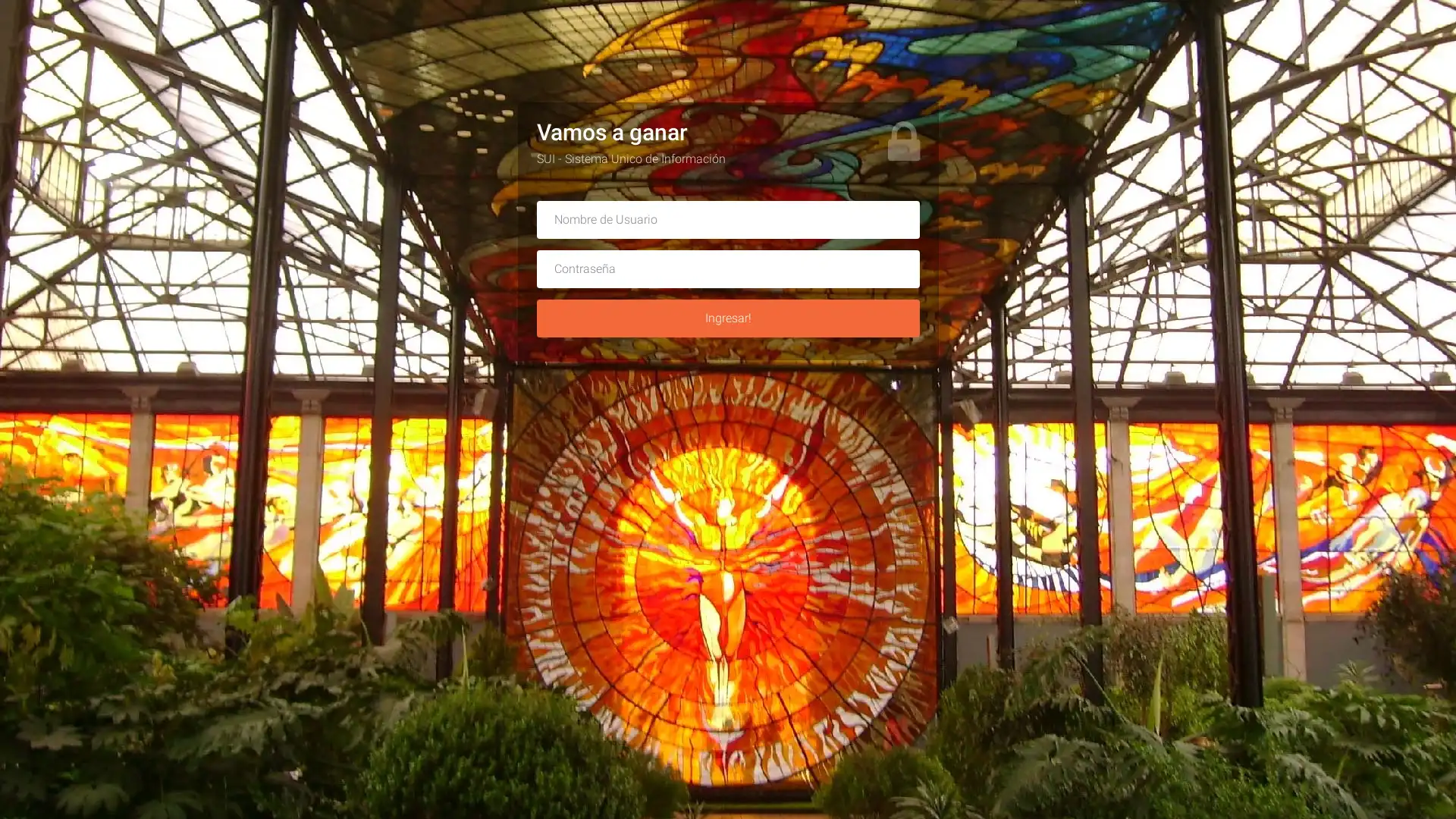 The height and width of the screenshot is (819, 1456). Describe the element at coordinates (726, 318) in the screenshot. I see `Ingresar!` at that location.